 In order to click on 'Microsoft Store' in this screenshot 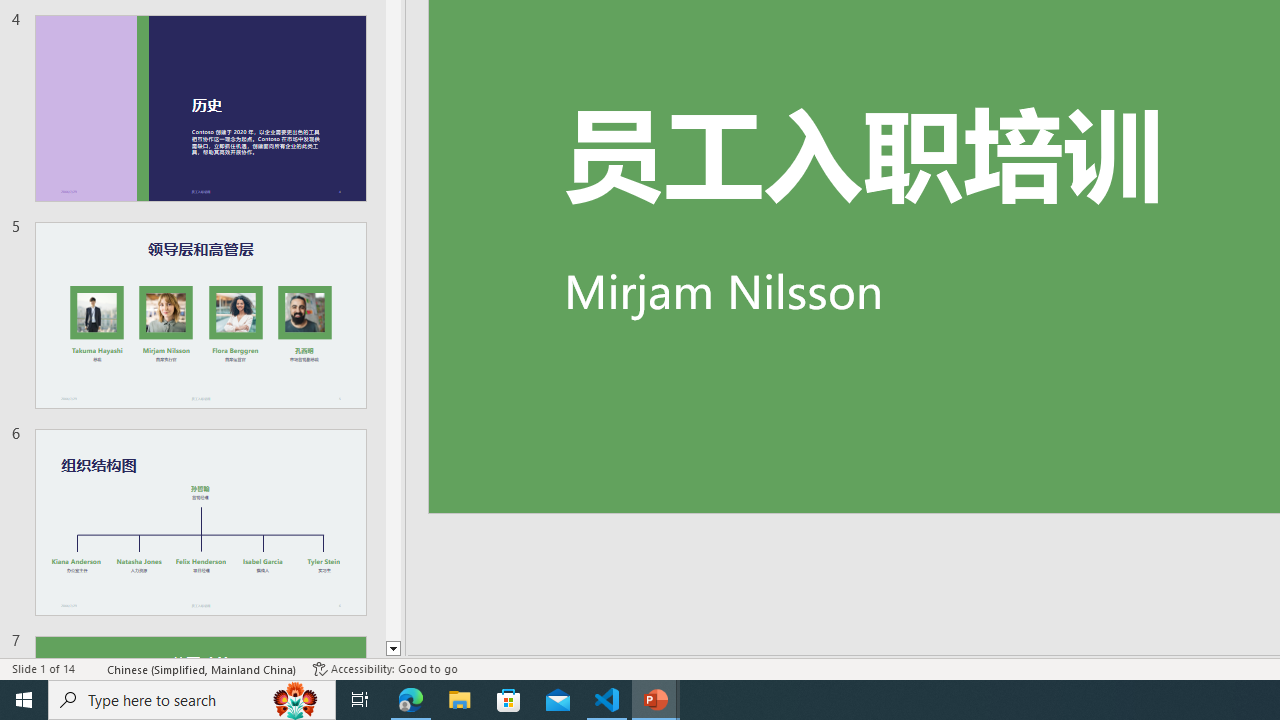, I will do `click(509, 698)`.